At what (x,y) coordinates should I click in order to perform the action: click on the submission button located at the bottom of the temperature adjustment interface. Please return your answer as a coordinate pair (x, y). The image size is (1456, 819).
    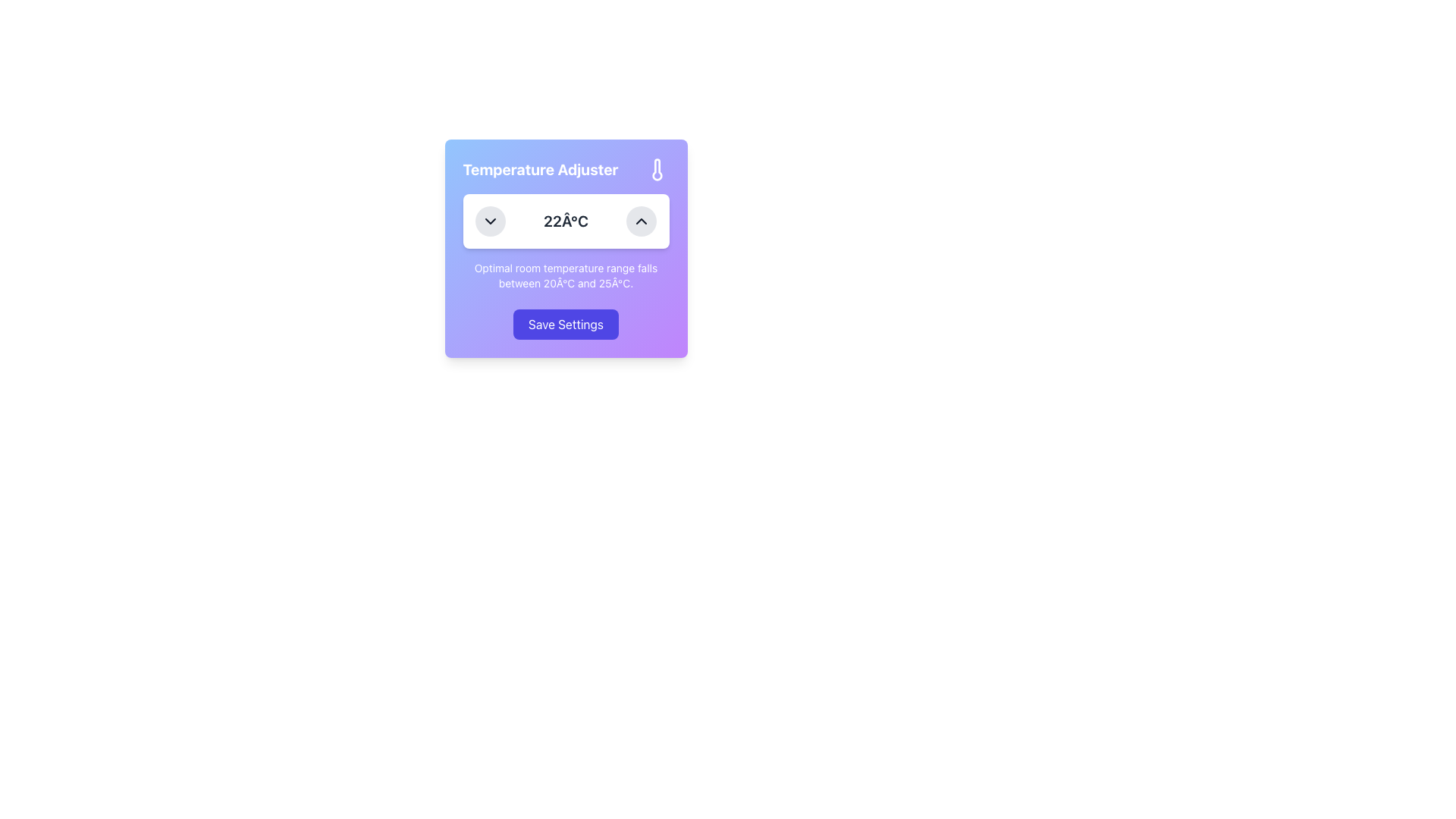
    Looking at the image, I should click on (565, 324).